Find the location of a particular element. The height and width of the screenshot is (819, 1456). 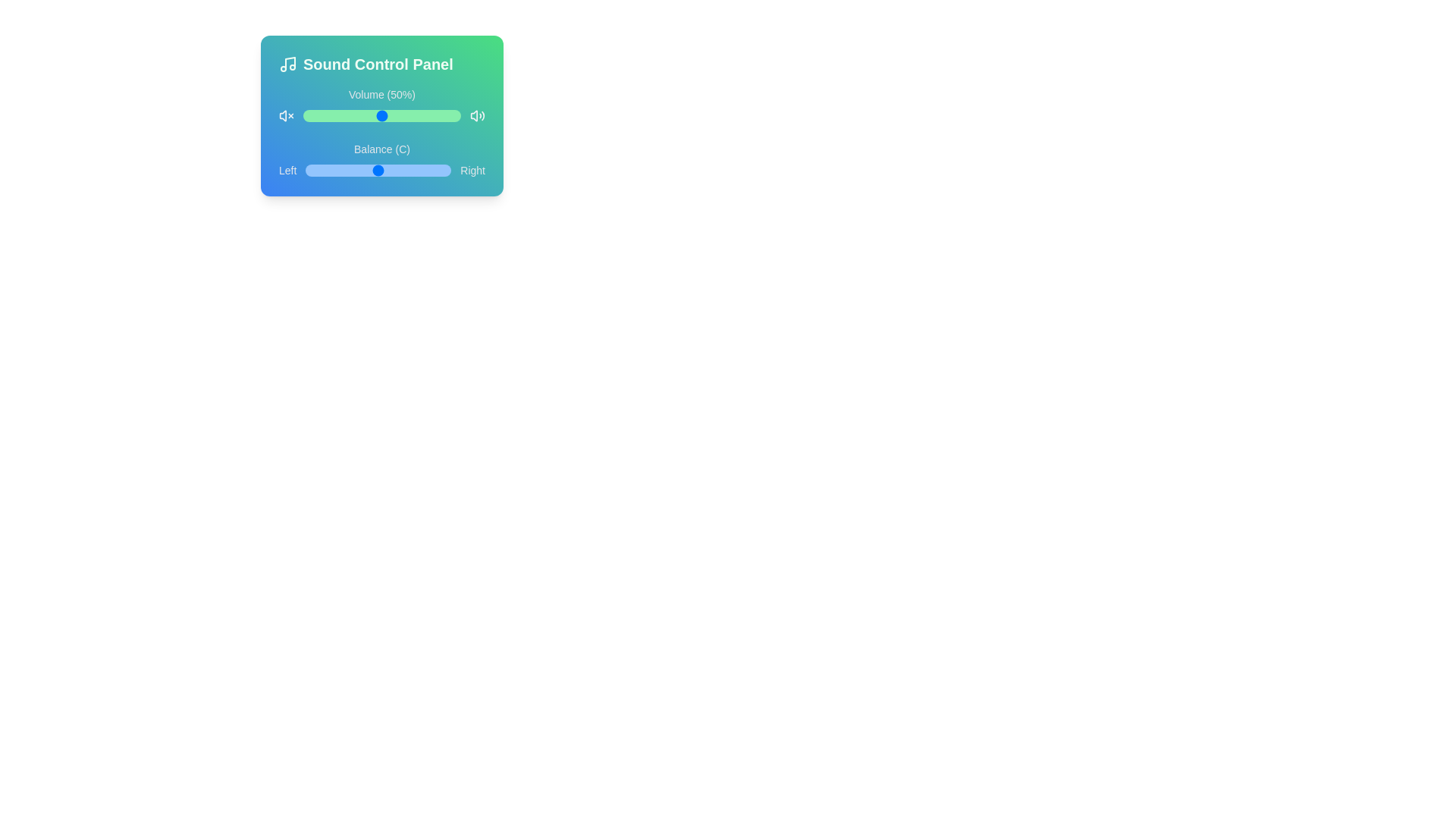

balance is located at coordinates (365, 170).